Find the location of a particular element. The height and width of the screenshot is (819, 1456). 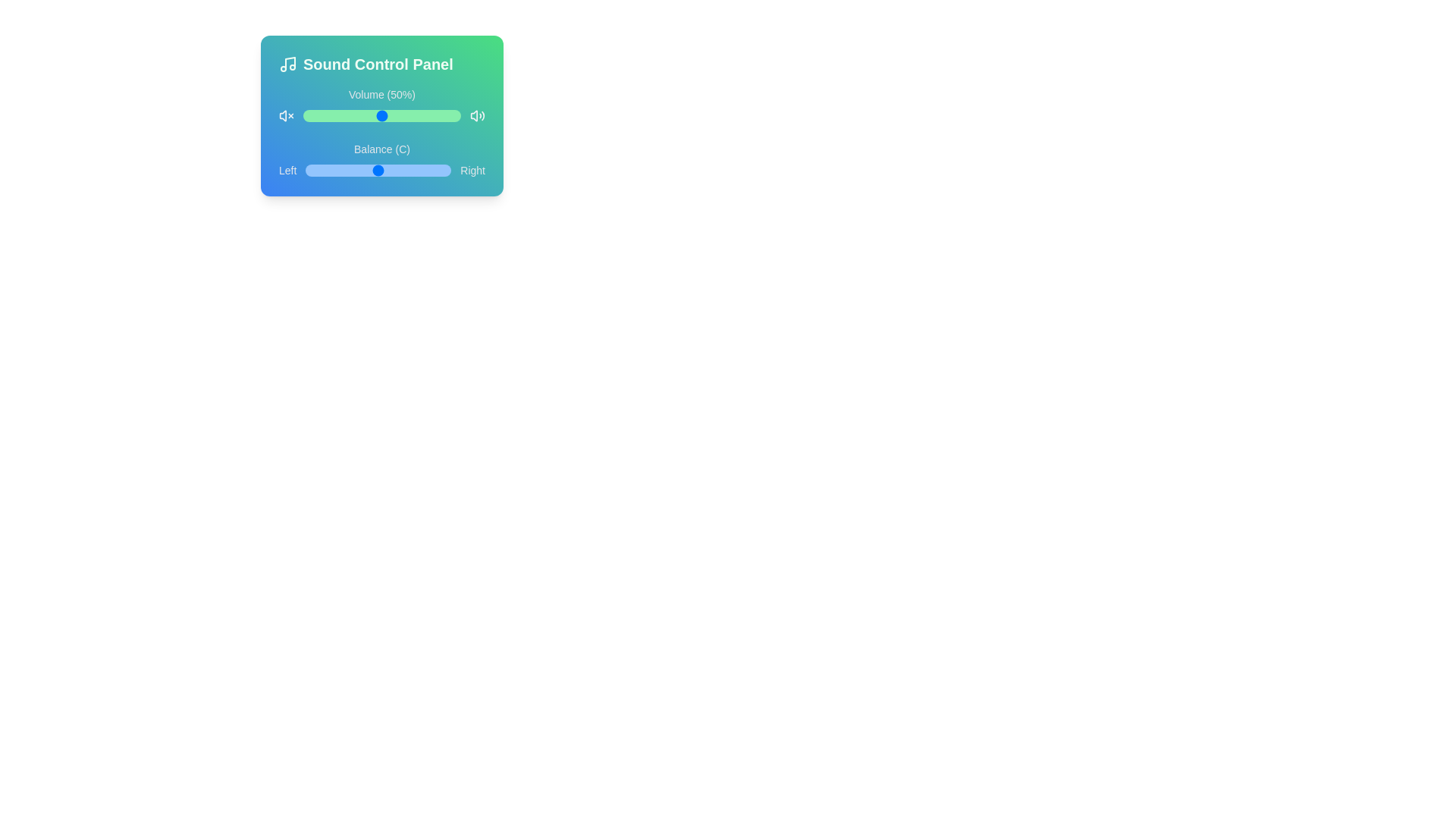

balance is located at coordinates (365, 170).